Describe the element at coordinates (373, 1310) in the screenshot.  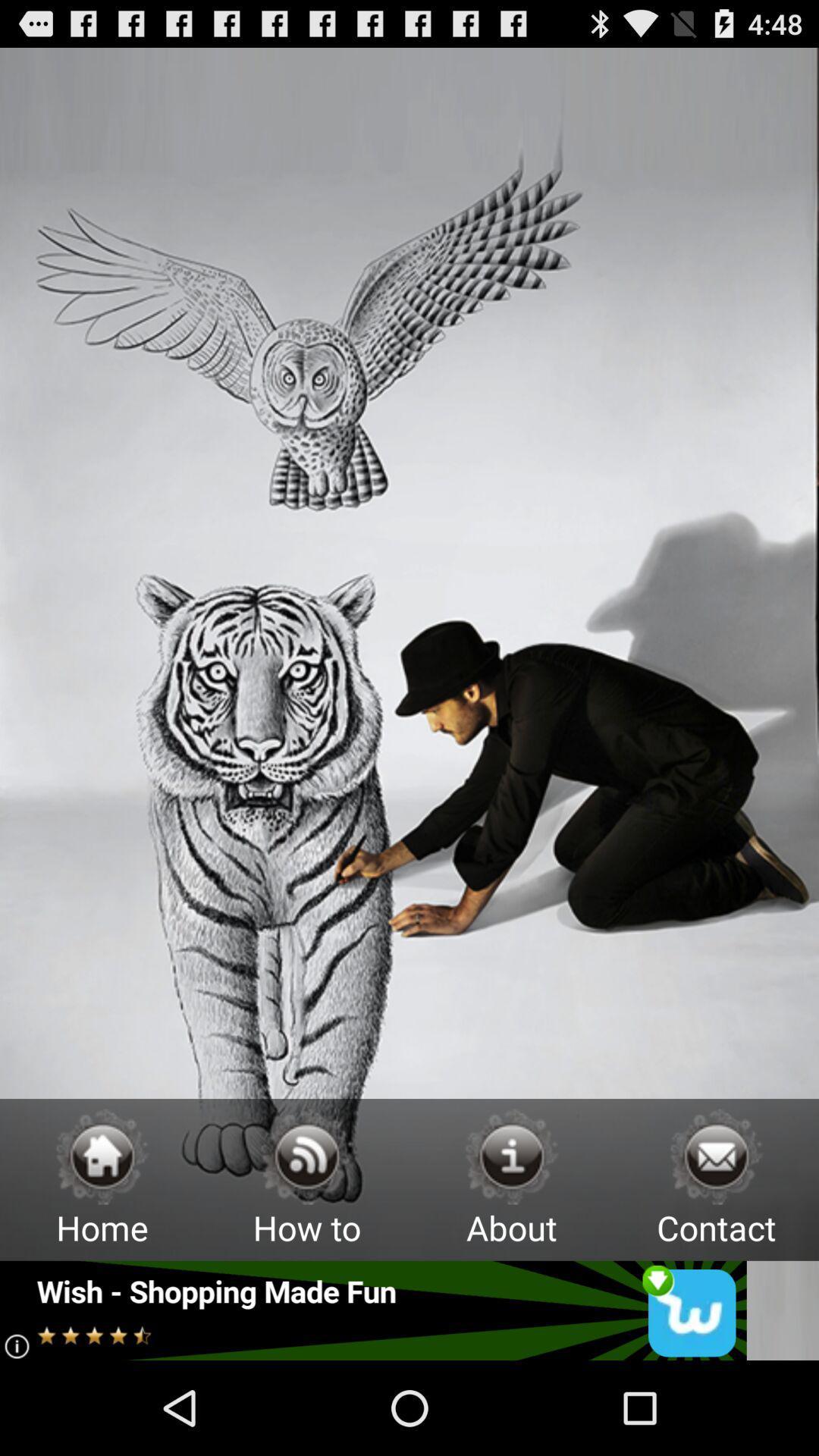
I see `open advertisement` at that location.